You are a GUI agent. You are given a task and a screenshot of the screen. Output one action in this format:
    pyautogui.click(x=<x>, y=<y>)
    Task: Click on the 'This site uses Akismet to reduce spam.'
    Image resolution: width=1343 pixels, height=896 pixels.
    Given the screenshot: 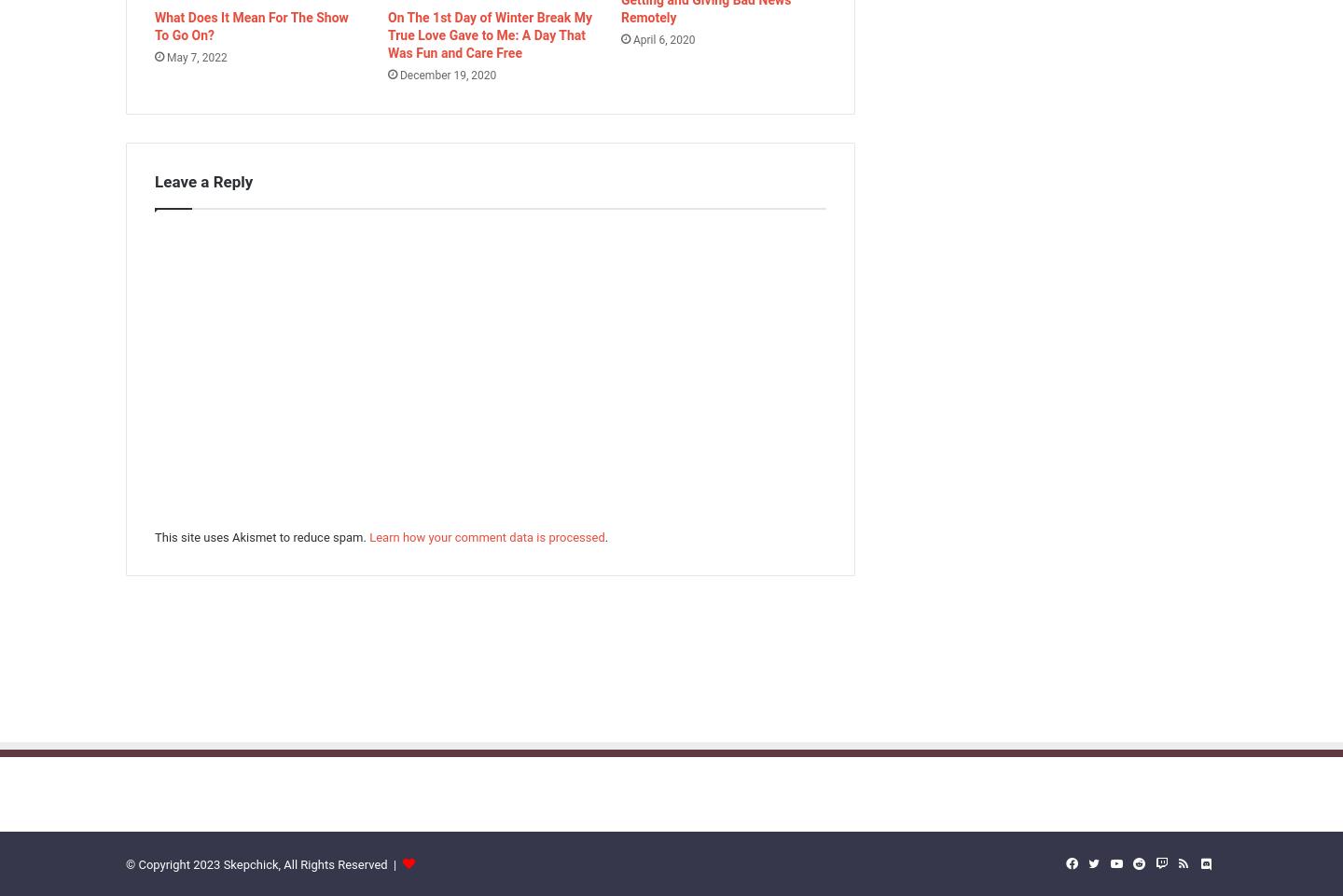 What is the action you would take?
    pyautogui.click(x=154, y=536)
    